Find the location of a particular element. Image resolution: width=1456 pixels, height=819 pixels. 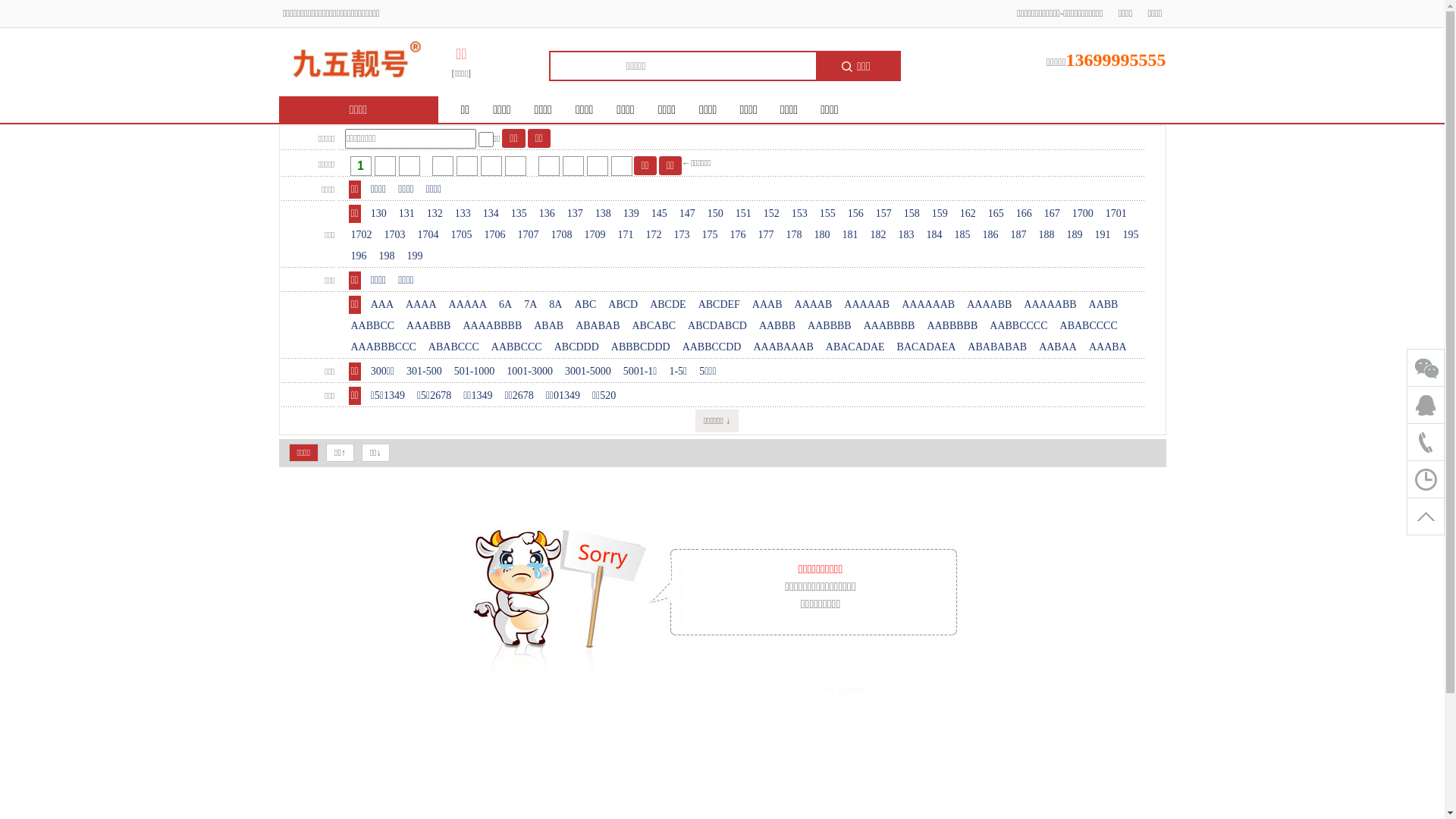

'AAABBBCCC' is located at coordinates (383, 347).